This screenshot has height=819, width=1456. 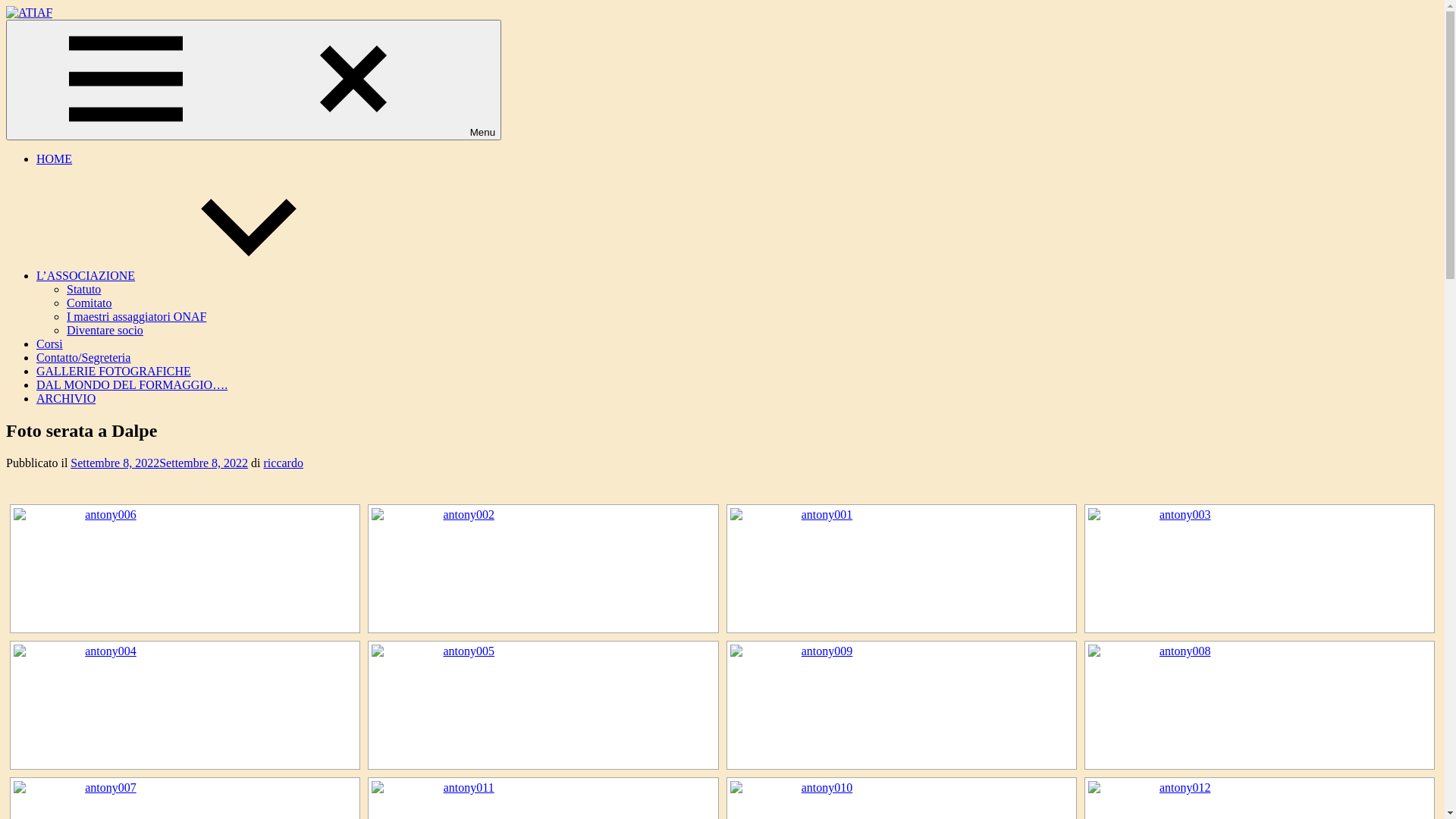 I want to click on 'Diventare socio', so click(x=104, y=329).